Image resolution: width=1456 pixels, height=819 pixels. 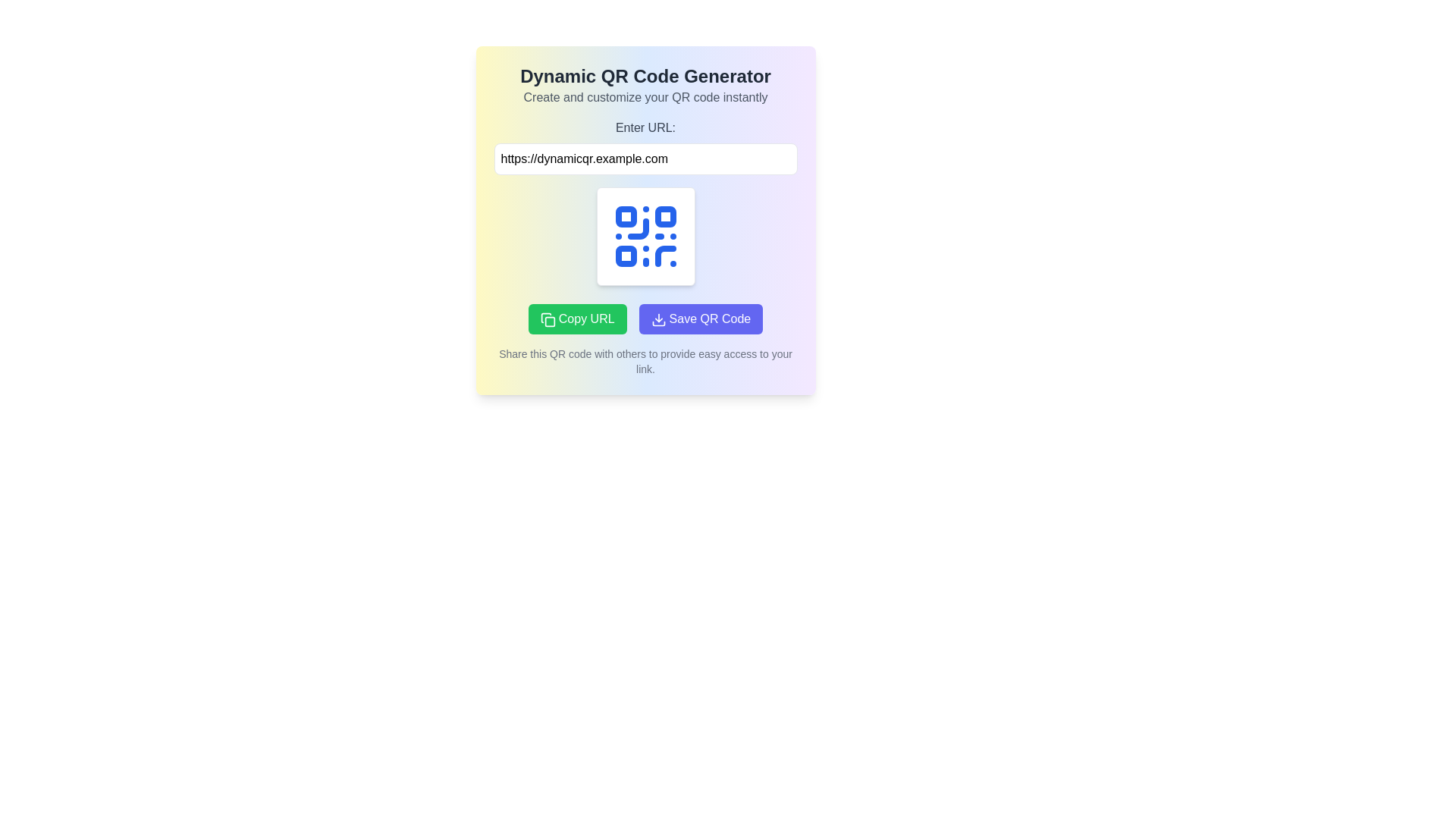 What do you see at coordinates (645, 146) in the screenshot?
I see `the text input field for the URL, located below the heading 'Dynamic QR Code Generator'` at bounding box center [645, 146].